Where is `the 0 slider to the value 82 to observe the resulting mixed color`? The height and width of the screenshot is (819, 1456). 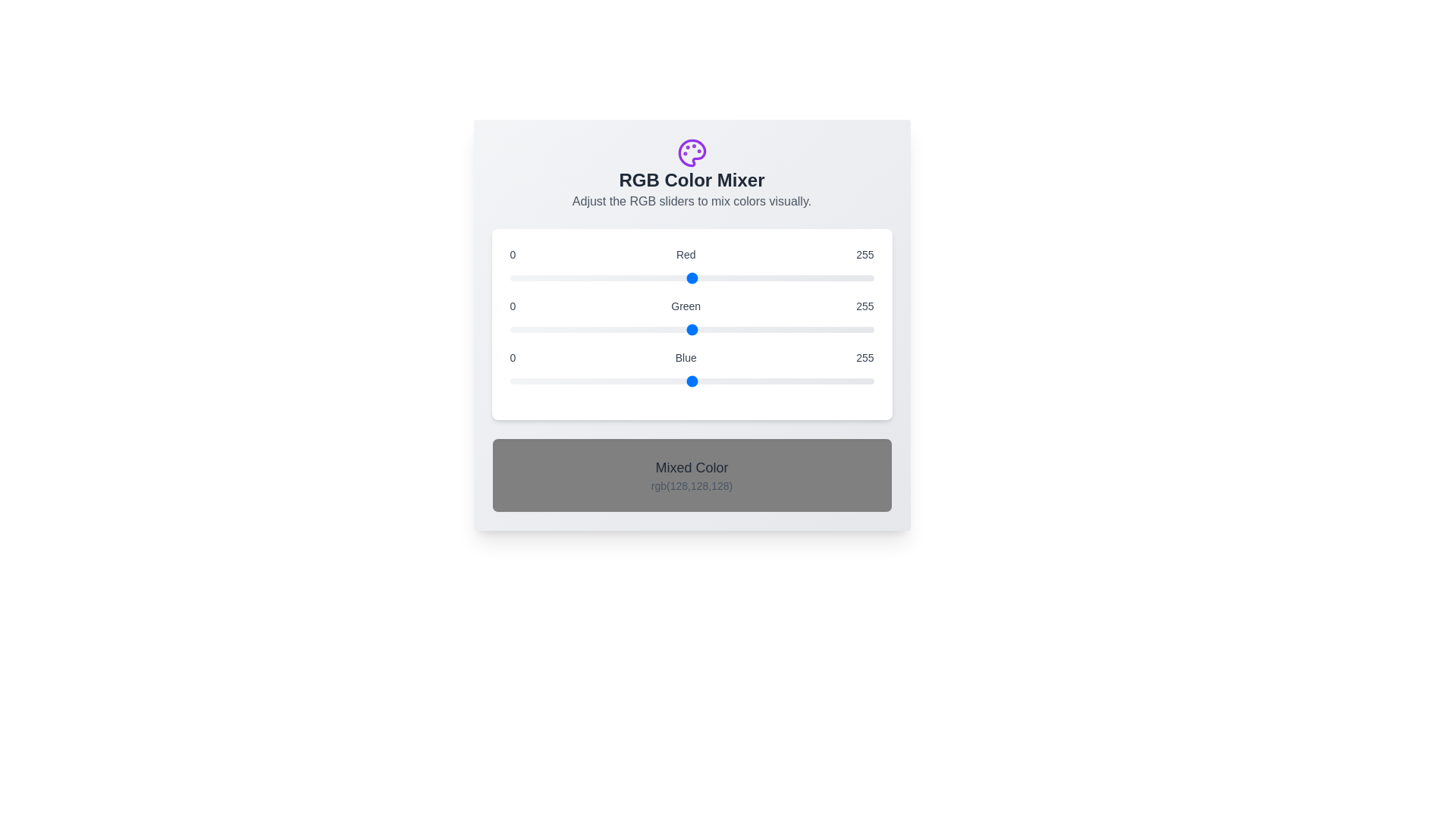 the 0 slider to the value 82 to observe the resulting mixed color is located at coordinates (691, 278).